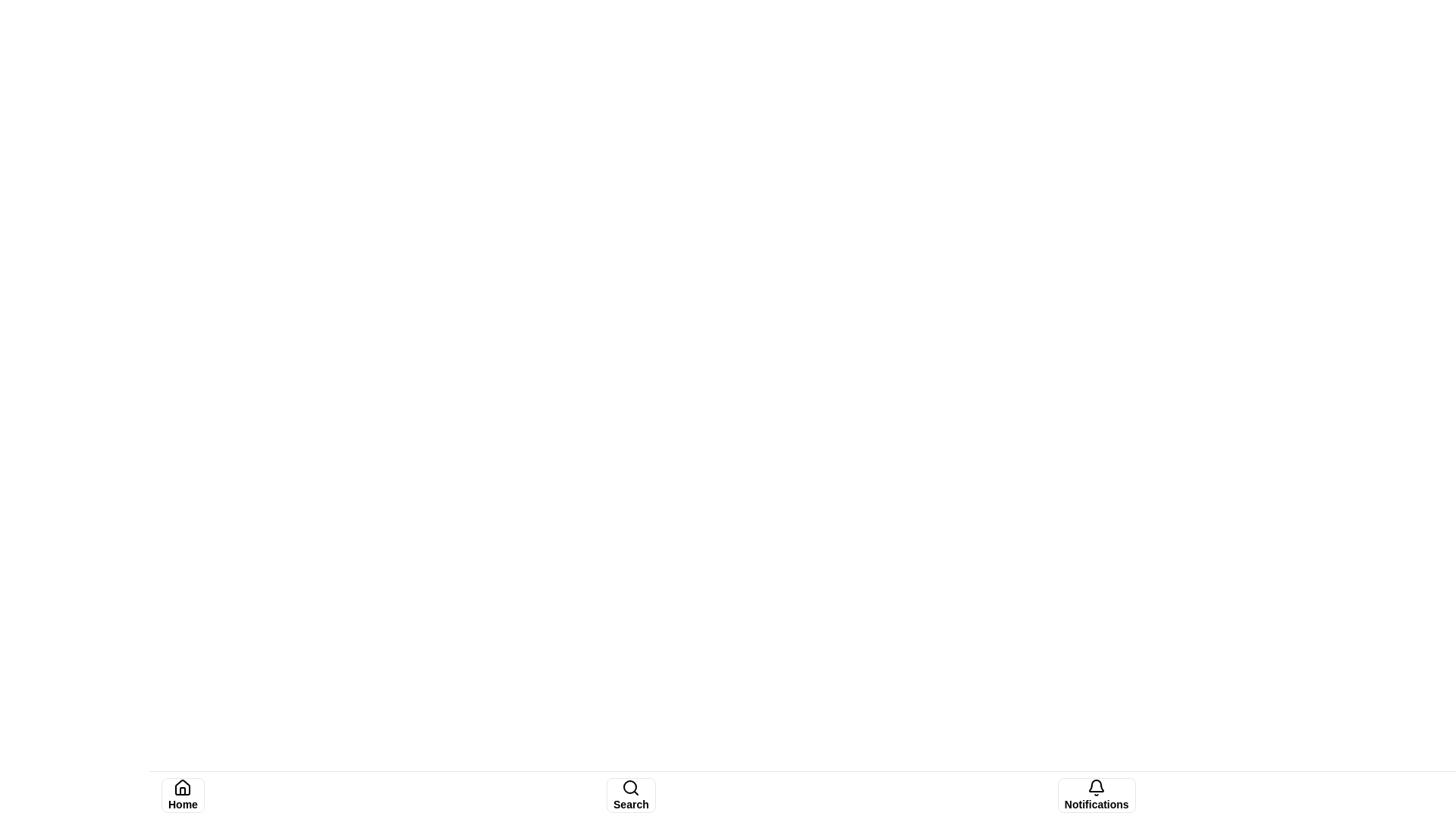  I want to click on the navigation item labeled Notifications, so click(1097, 795).